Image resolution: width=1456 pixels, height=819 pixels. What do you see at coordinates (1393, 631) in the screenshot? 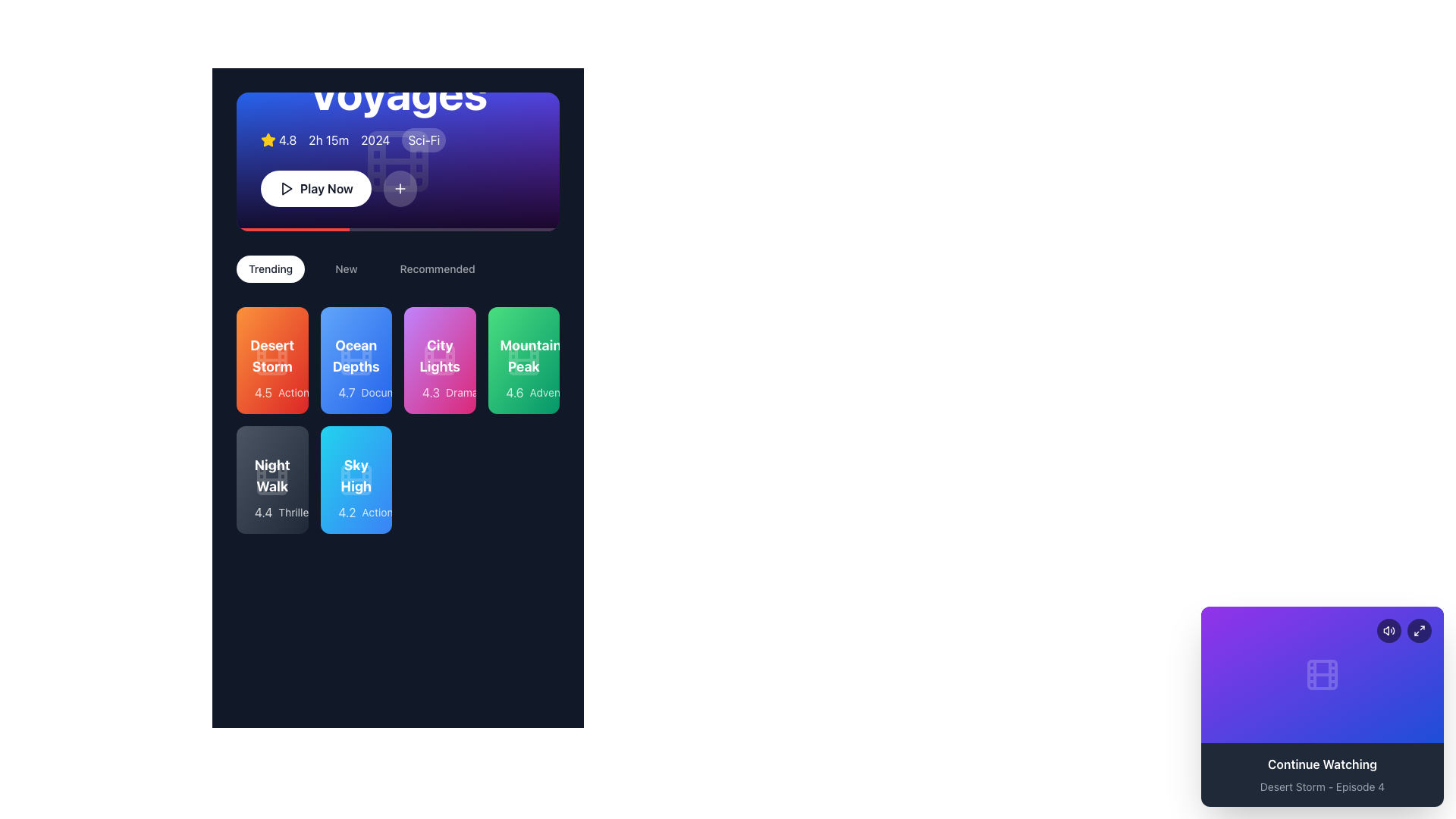
I see `the outer wave component of the volume icon located in the bottom-right corner of the interface` at bounding box center [1393, 631].